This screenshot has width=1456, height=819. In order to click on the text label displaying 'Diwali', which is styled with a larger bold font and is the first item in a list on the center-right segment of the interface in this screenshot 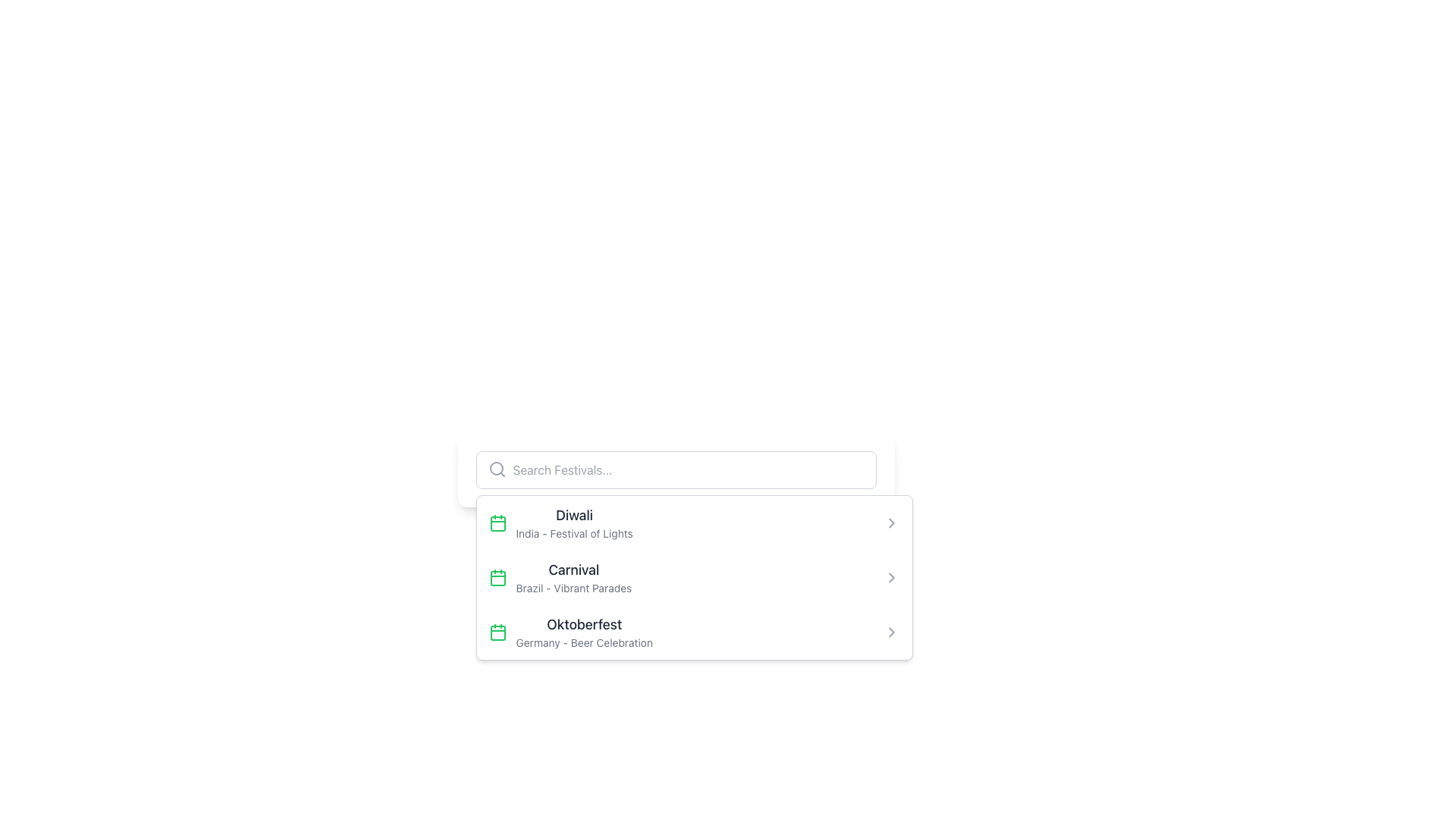, I will do `click(573, 514)`.